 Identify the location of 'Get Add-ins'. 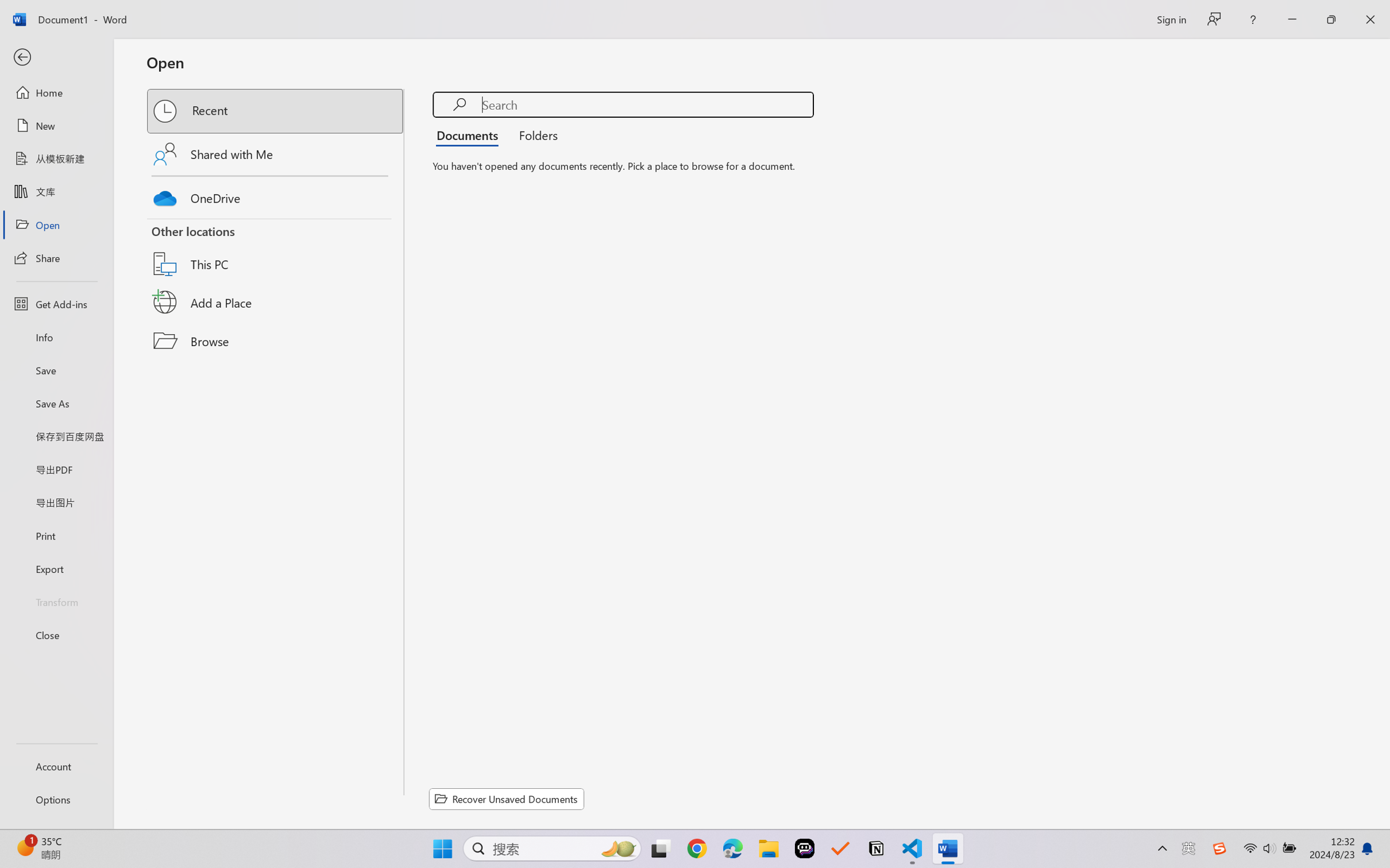
(56, 303).